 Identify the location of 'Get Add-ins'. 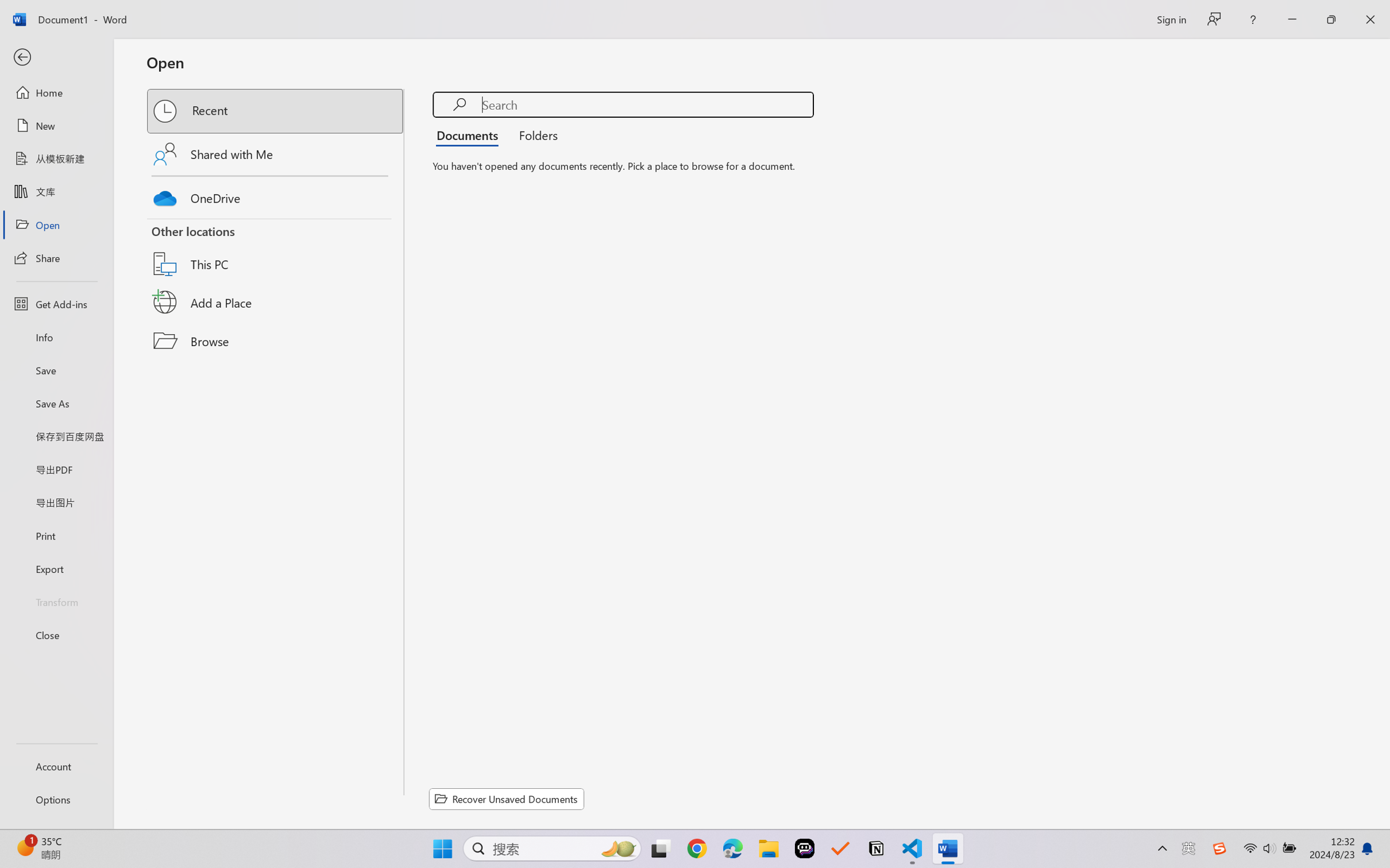
(56, 303).